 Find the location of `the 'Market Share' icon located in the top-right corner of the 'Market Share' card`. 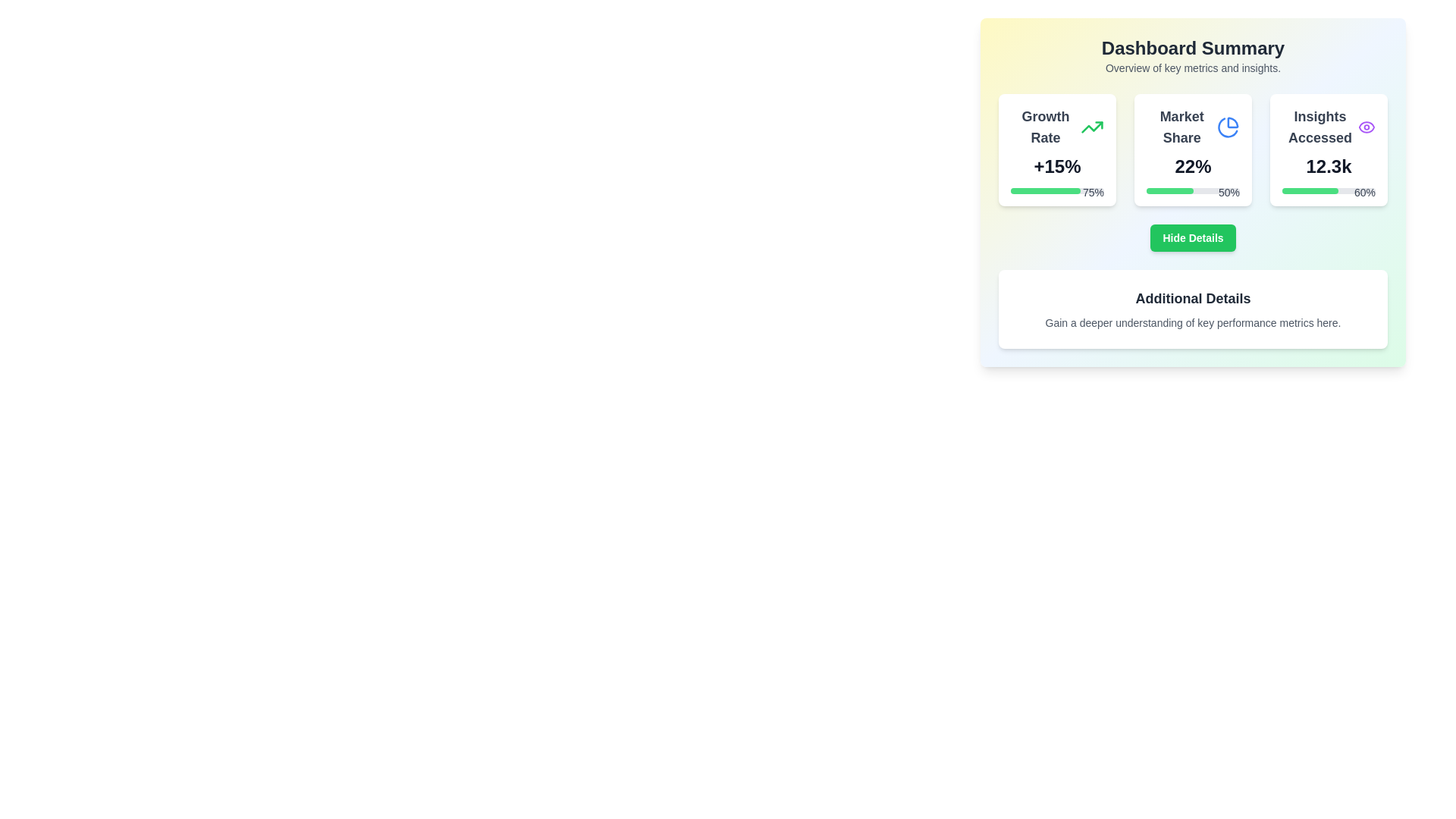

the 'Market Share' icon located in the top-right corner of the 'Market Share' card is located at coordinates (1228, 127).